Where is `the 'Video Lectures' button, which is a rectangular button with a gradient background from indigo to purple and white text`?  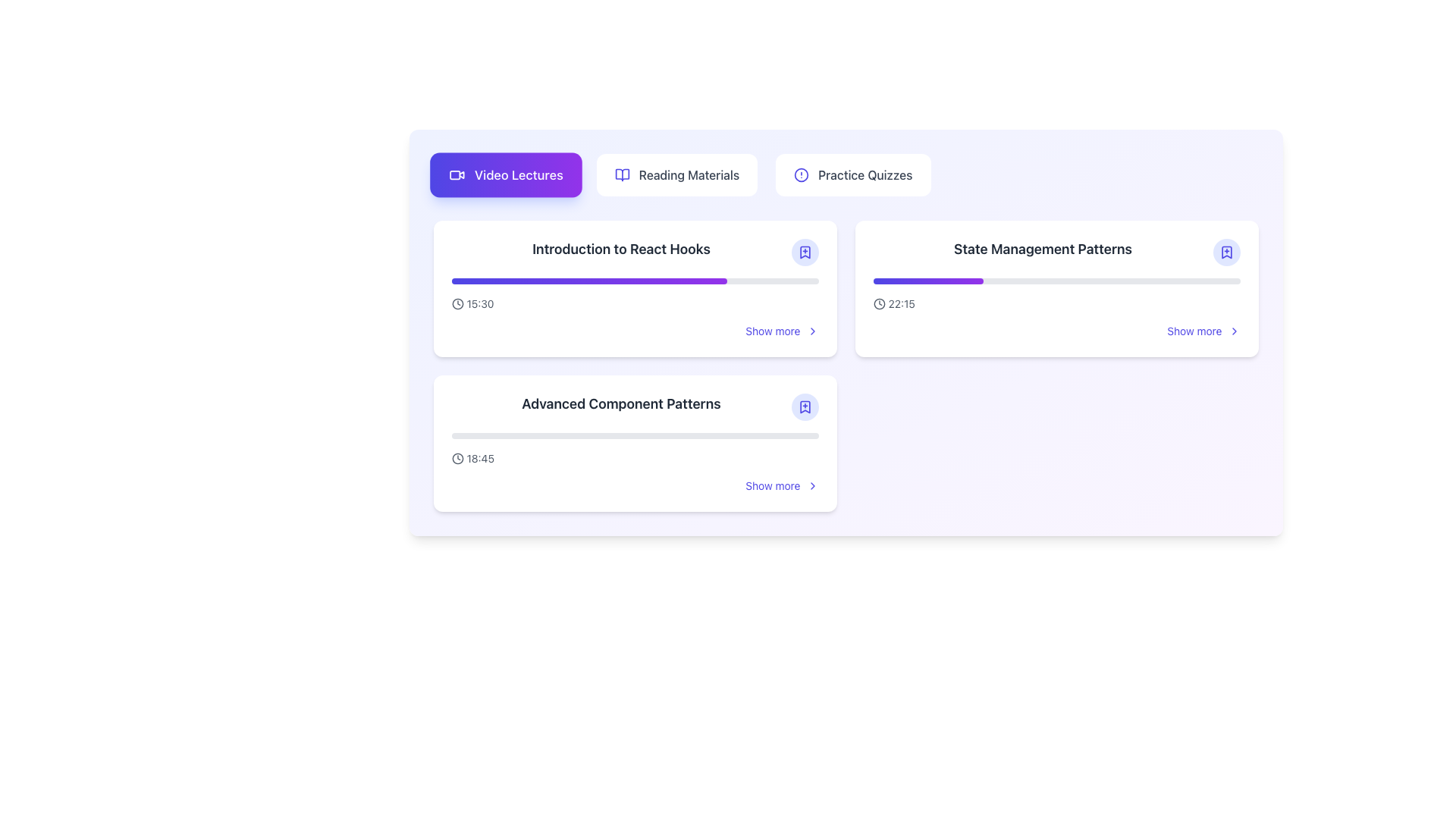
the 'Video Lectures' button, which is a rectangular button with a gradient background from indigo to purple and white text is located at coordinates (506, 174).